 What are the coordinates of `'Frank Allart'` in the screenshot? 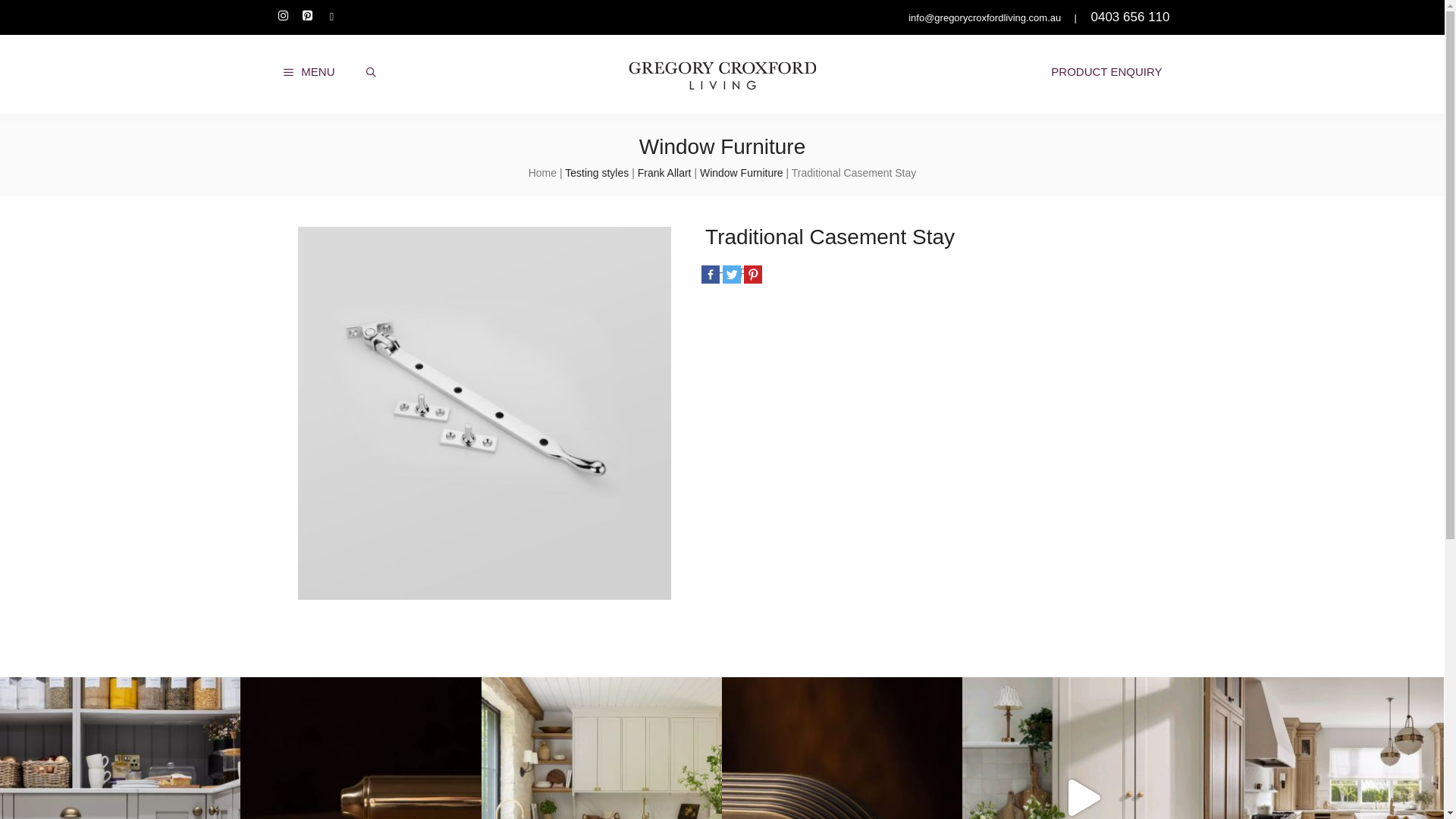 It's located at (637, 171).